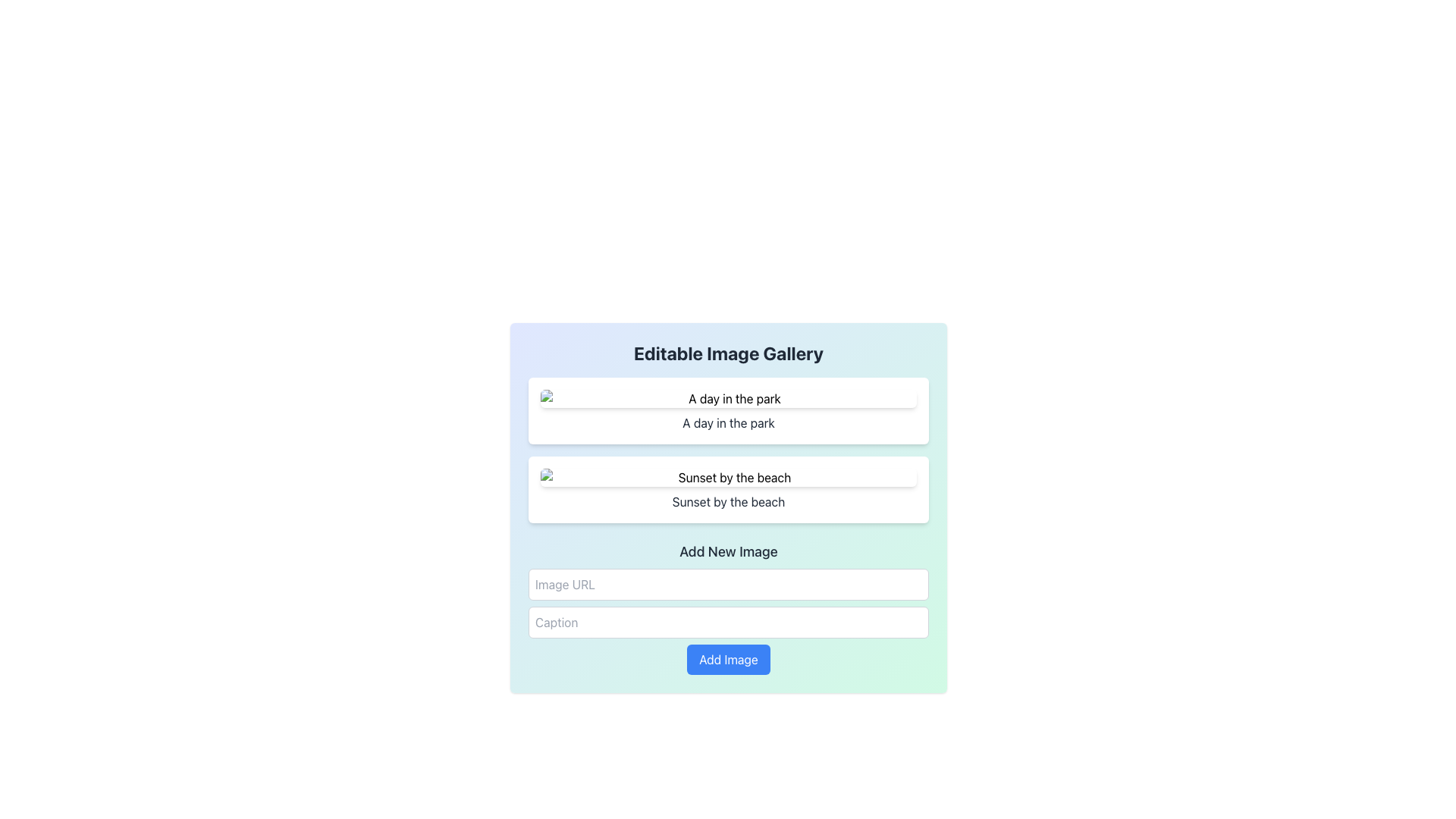  Describe the element at coordinates (728, 659) in the screenshot. I see `the 'Add Image' button, which is a rectangular button with a blue background and white text, located at the bottom of the 'Add New Image' section` at that location.